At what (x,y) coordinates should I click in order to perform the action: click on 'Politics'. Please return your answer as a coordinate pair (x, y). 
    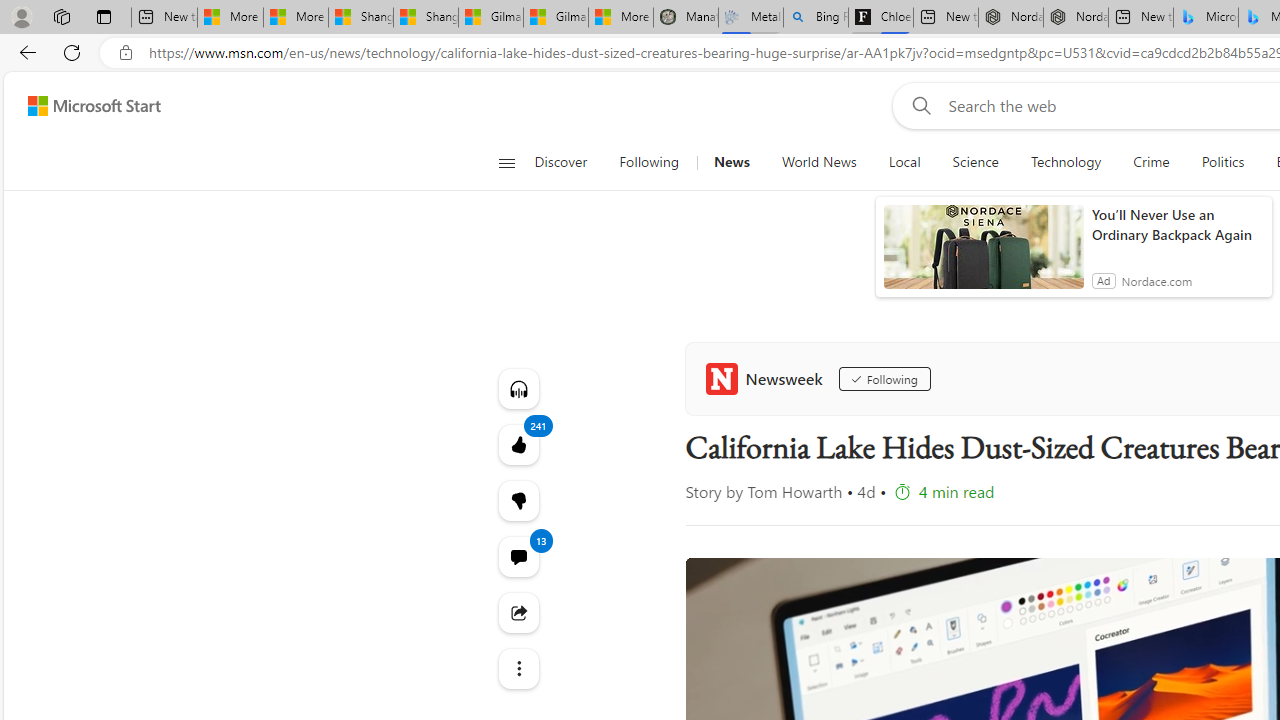
    Looking at the image, I should click on (1222, 162).